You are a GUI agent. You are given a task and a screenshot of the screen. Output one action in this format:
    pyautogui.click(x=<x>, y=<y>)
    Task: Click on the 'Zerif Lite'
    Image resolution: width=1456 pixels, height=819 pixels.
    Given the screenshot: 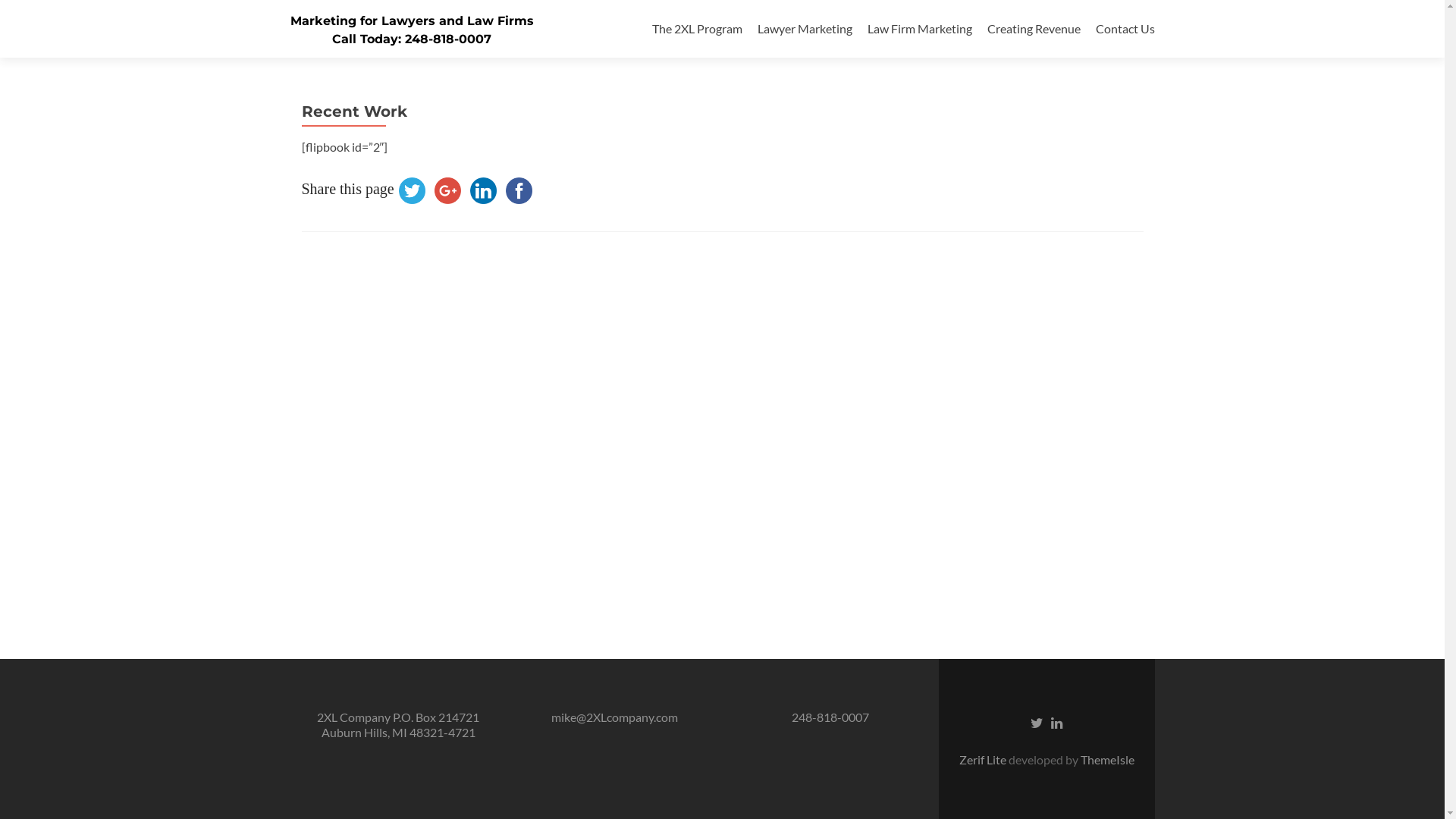 What is the action you would take?
    pyautogui.click(x=983, y=759)
    